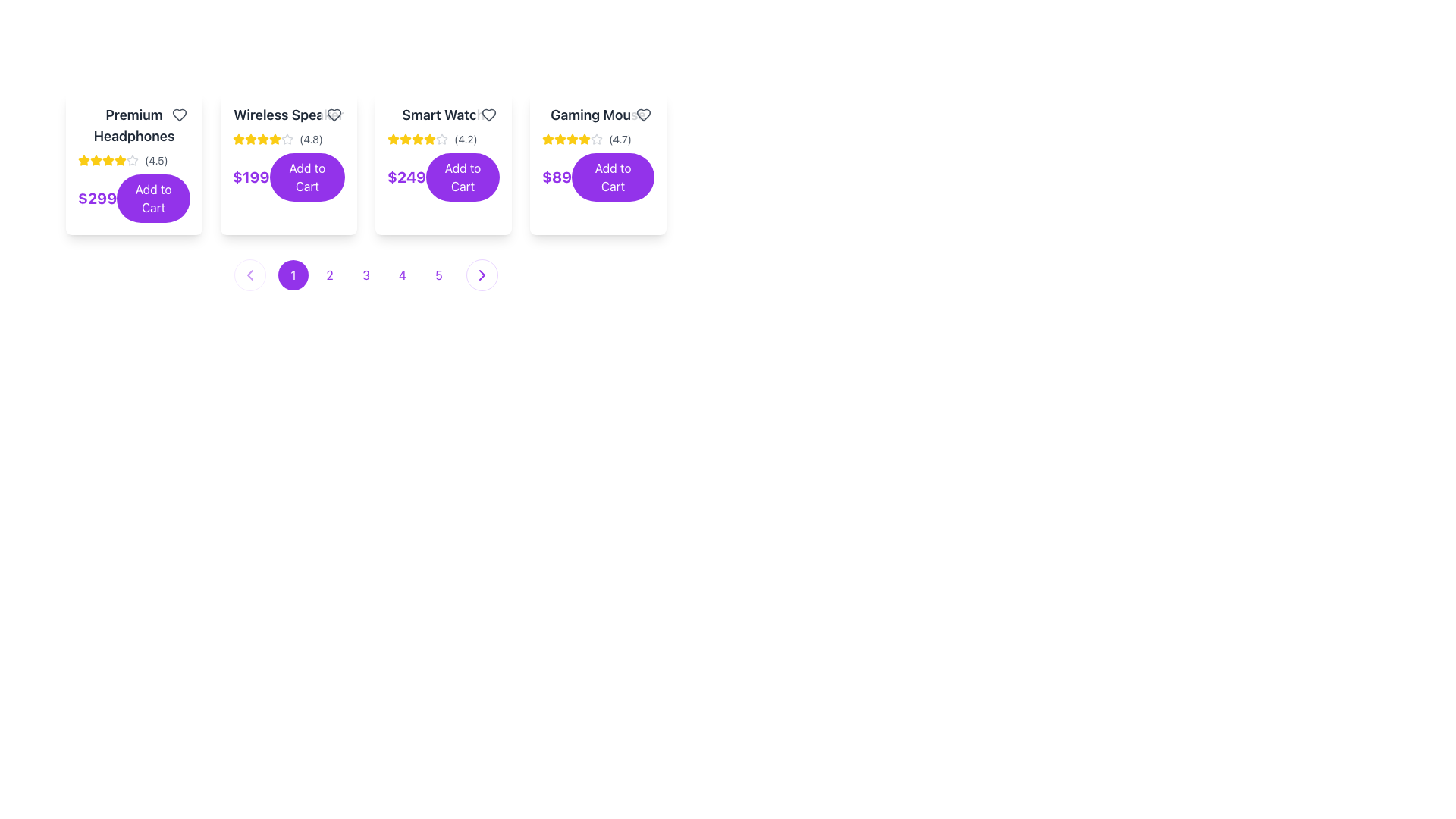 Image resolution: width=1456 pixels, height=819 pixels. Describe the element at coordinates (441, 139) in the screenshot. I see `the rating star icon for the product 'Smart Watch', which is located in the rating section of the third card among a series of five star symbols` at that location.